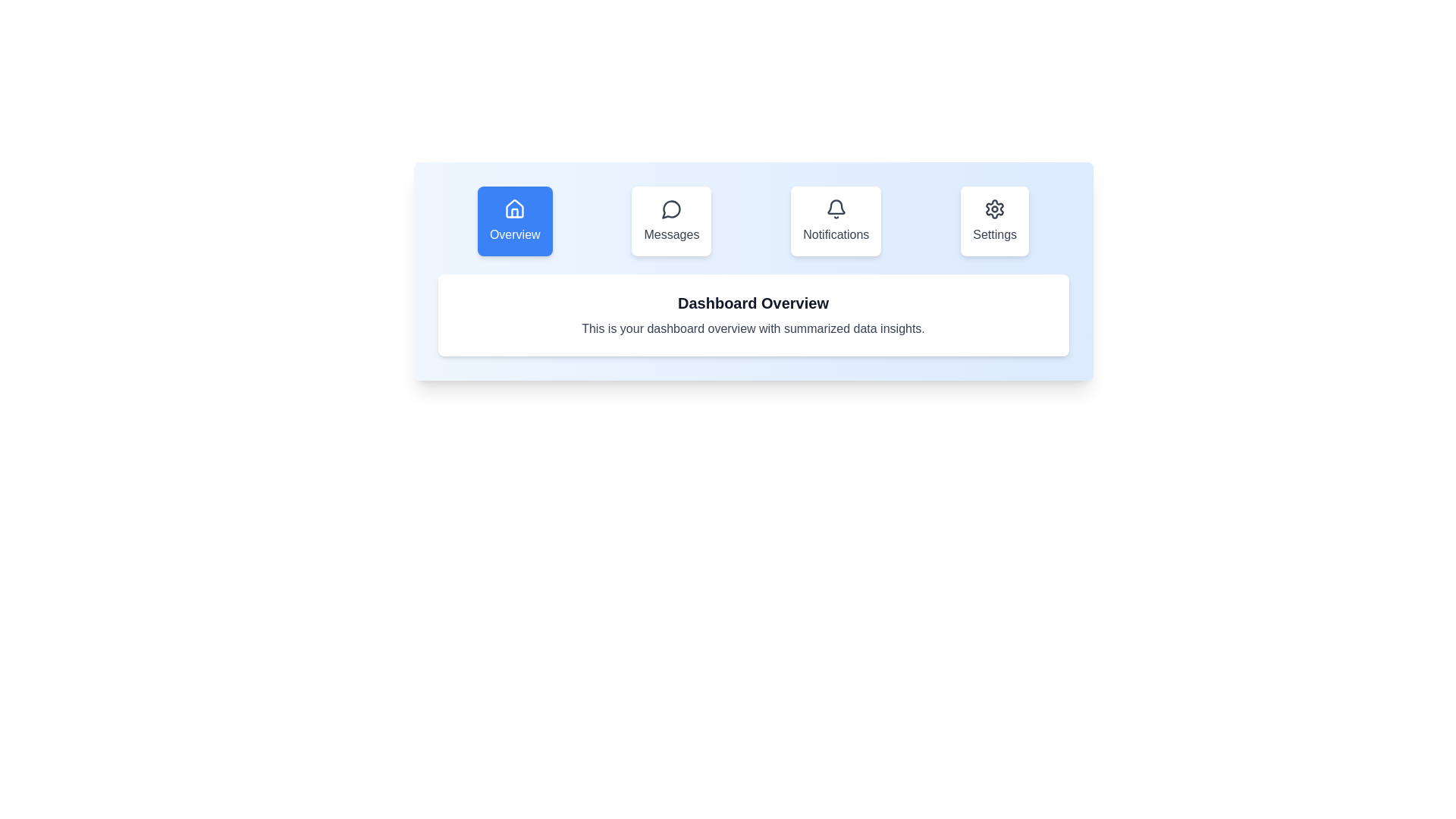  I want to click on the 'Messages' icon, which is centered above the label 'Messages' within a rectangular button located in the second slot from the left of a horizontally aligned group of buttons, so click(670, 209).